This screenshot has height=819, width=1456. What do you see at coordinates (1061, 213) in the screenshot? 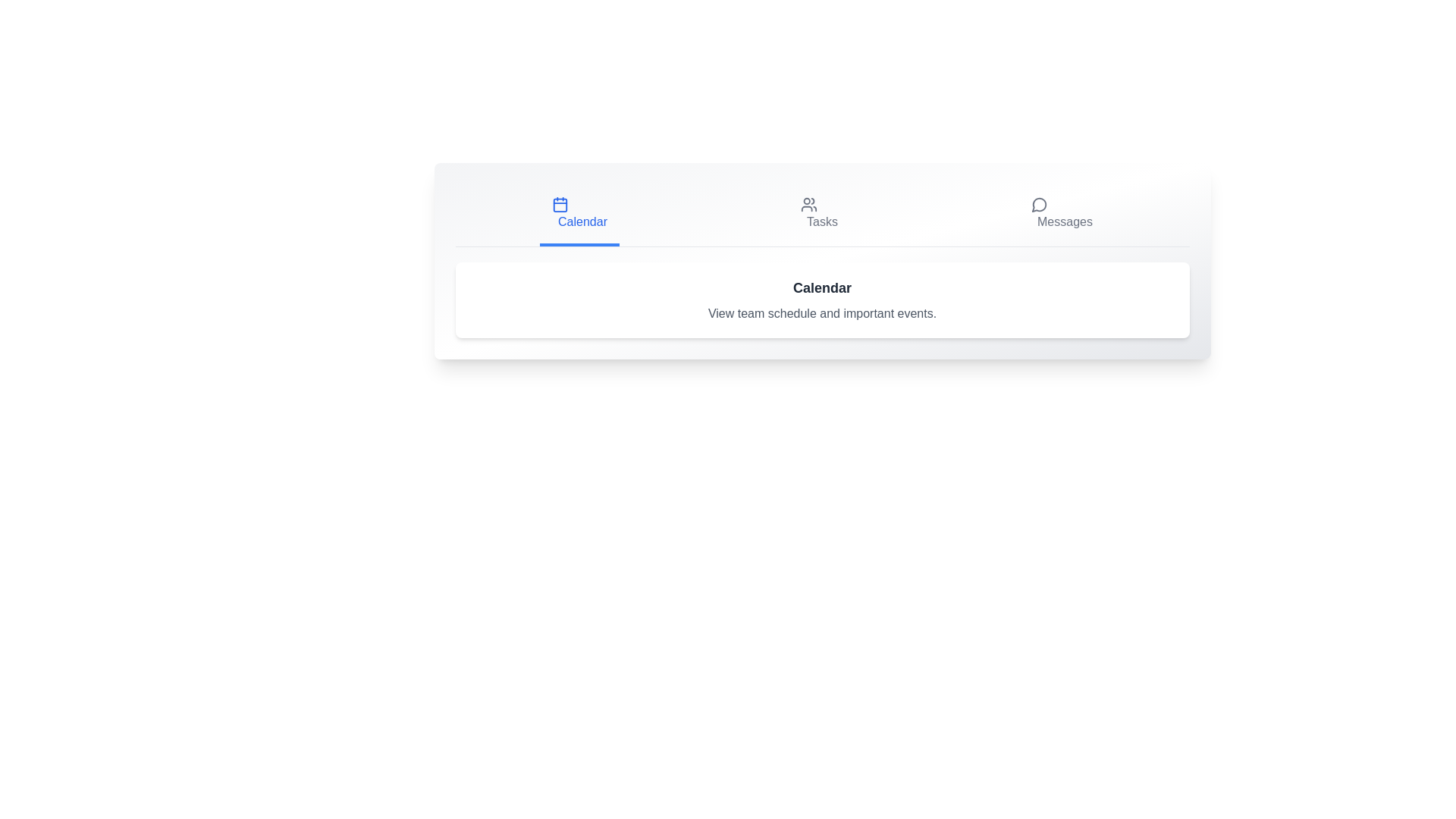
I see `the Messages tab` at bounding box center [1061, 213].